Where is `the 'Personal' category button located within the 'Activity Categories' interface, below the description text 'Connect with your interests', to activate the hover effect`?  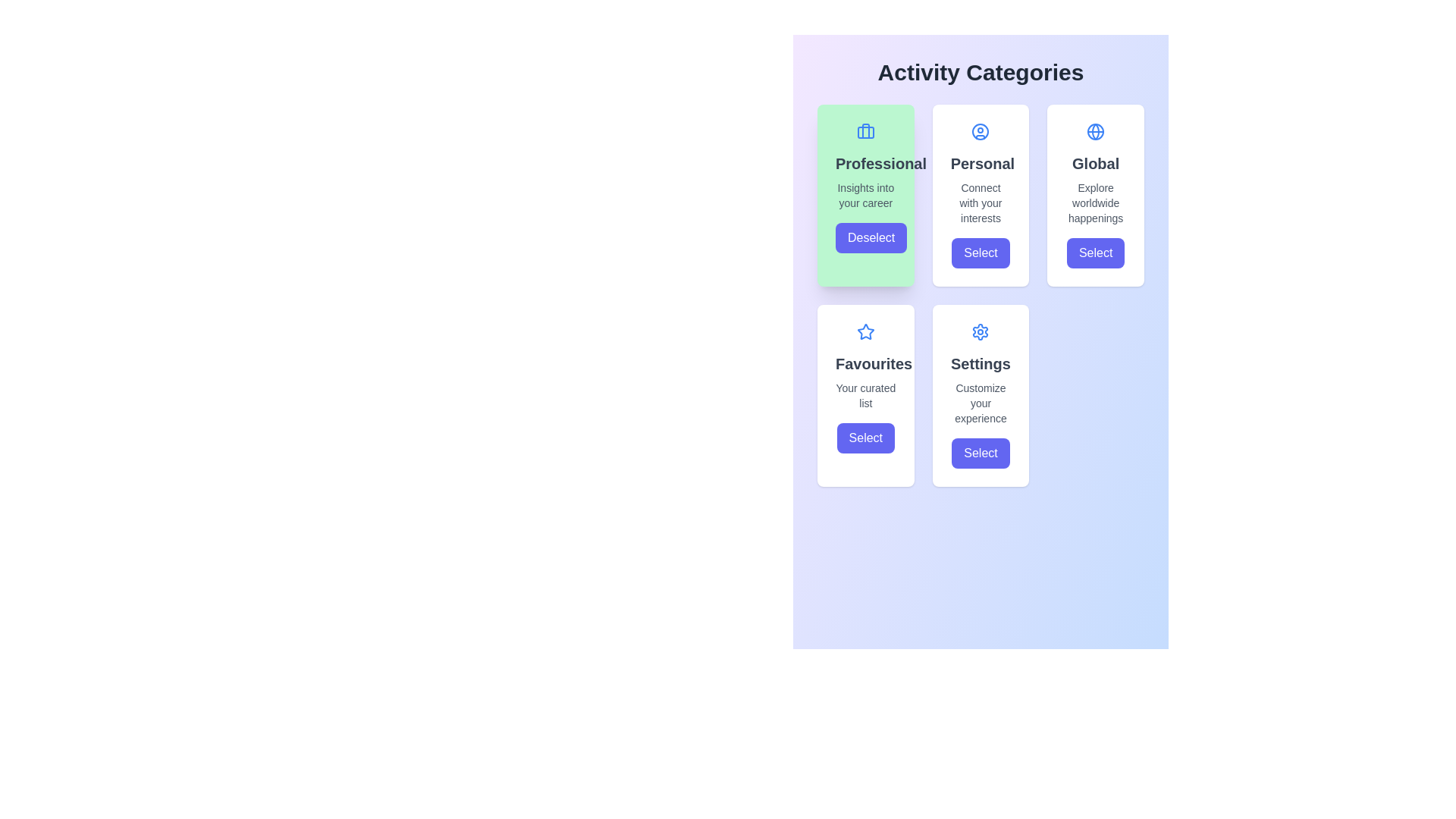 the 'Personal' category button located within the 'Activity Categories' interface, below the description text 'Connect with your interests', to activate the hover effect is located at coordinates (981, 253).